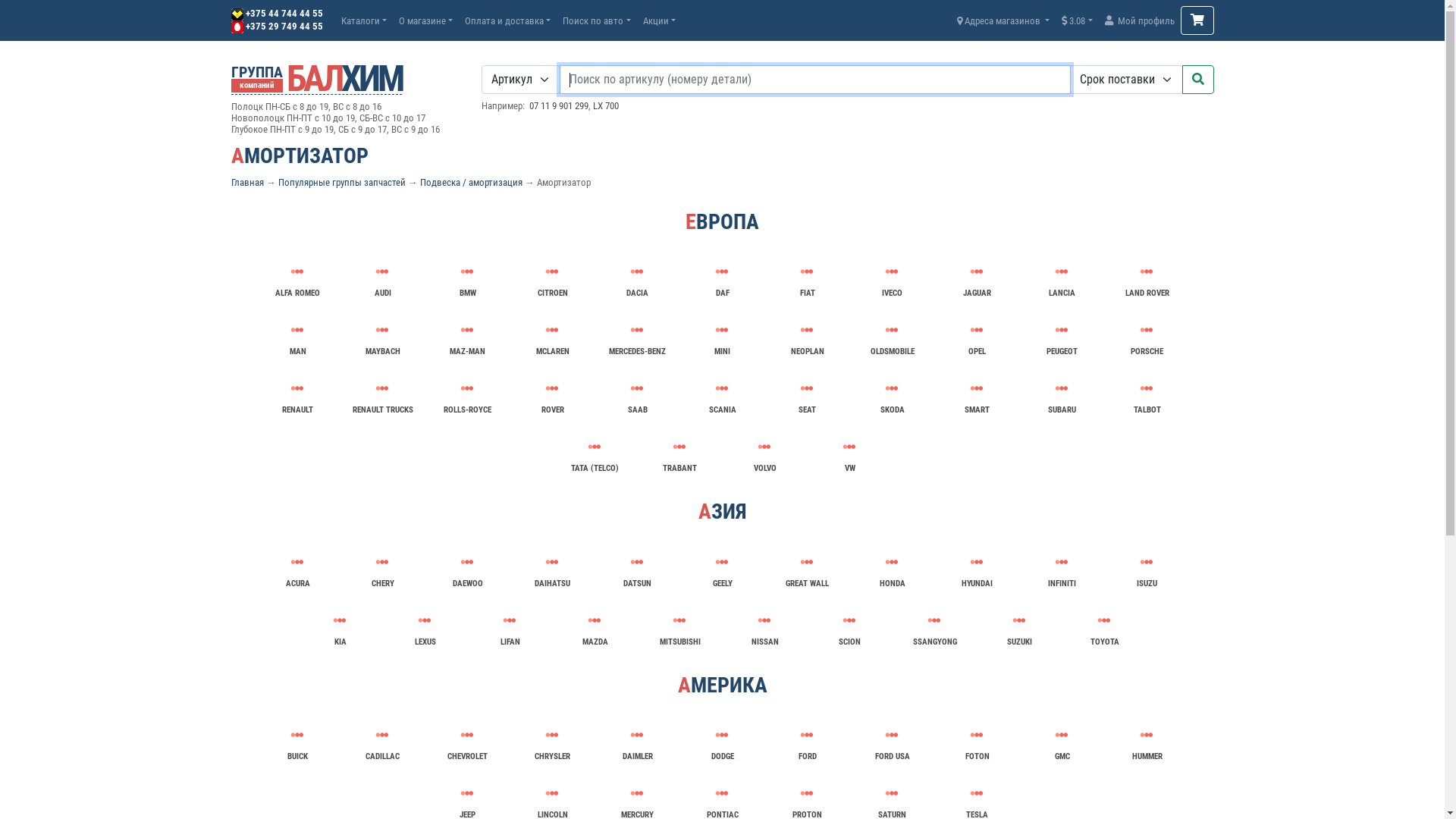  Describe the element at coordinates (637, 739) in the screenshot. I see `'DAIMLER'` at that location.